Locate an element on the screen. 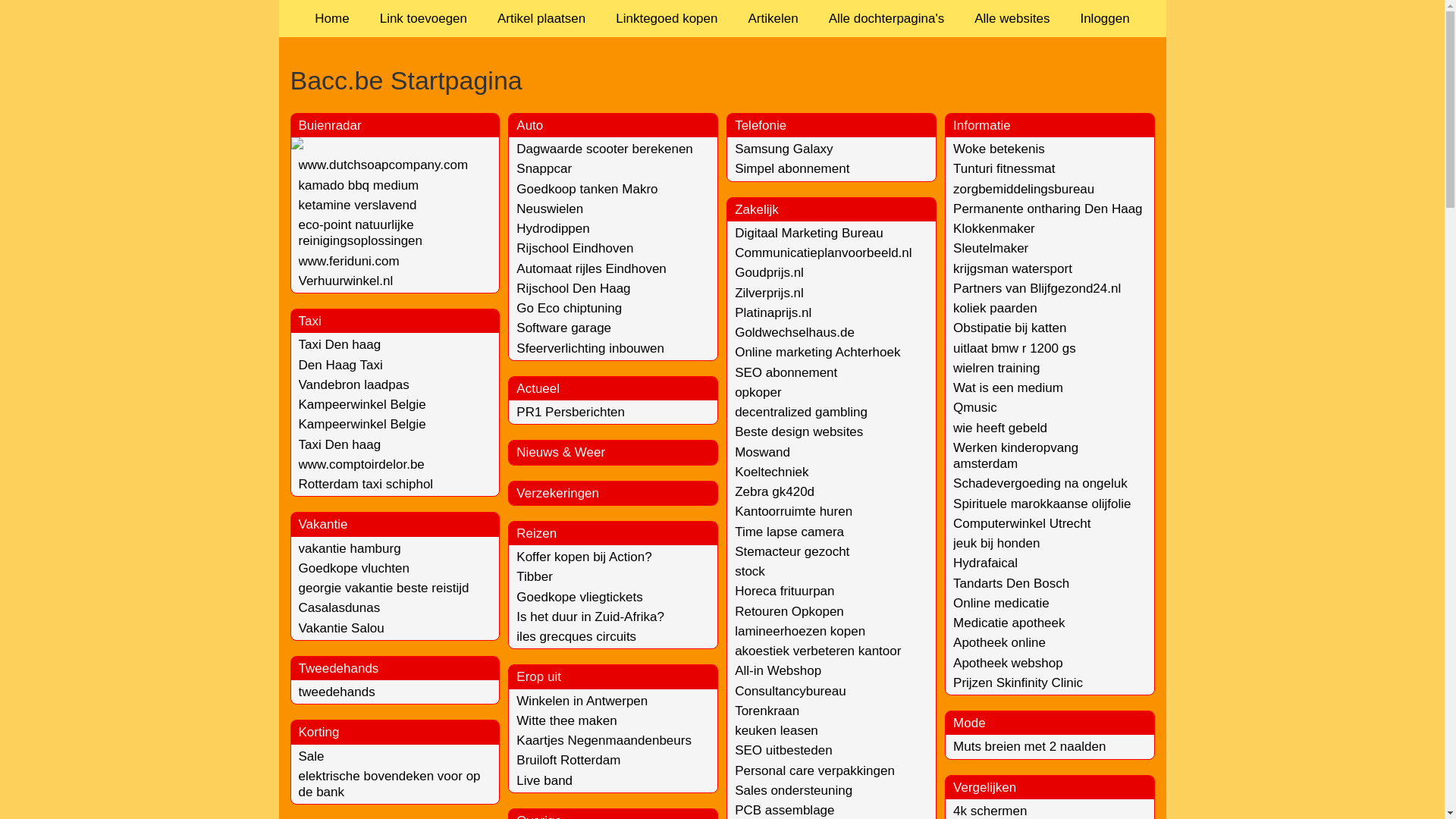  'uitlaat bmw r 1200 gs' is located at coordinates (1015, 348).